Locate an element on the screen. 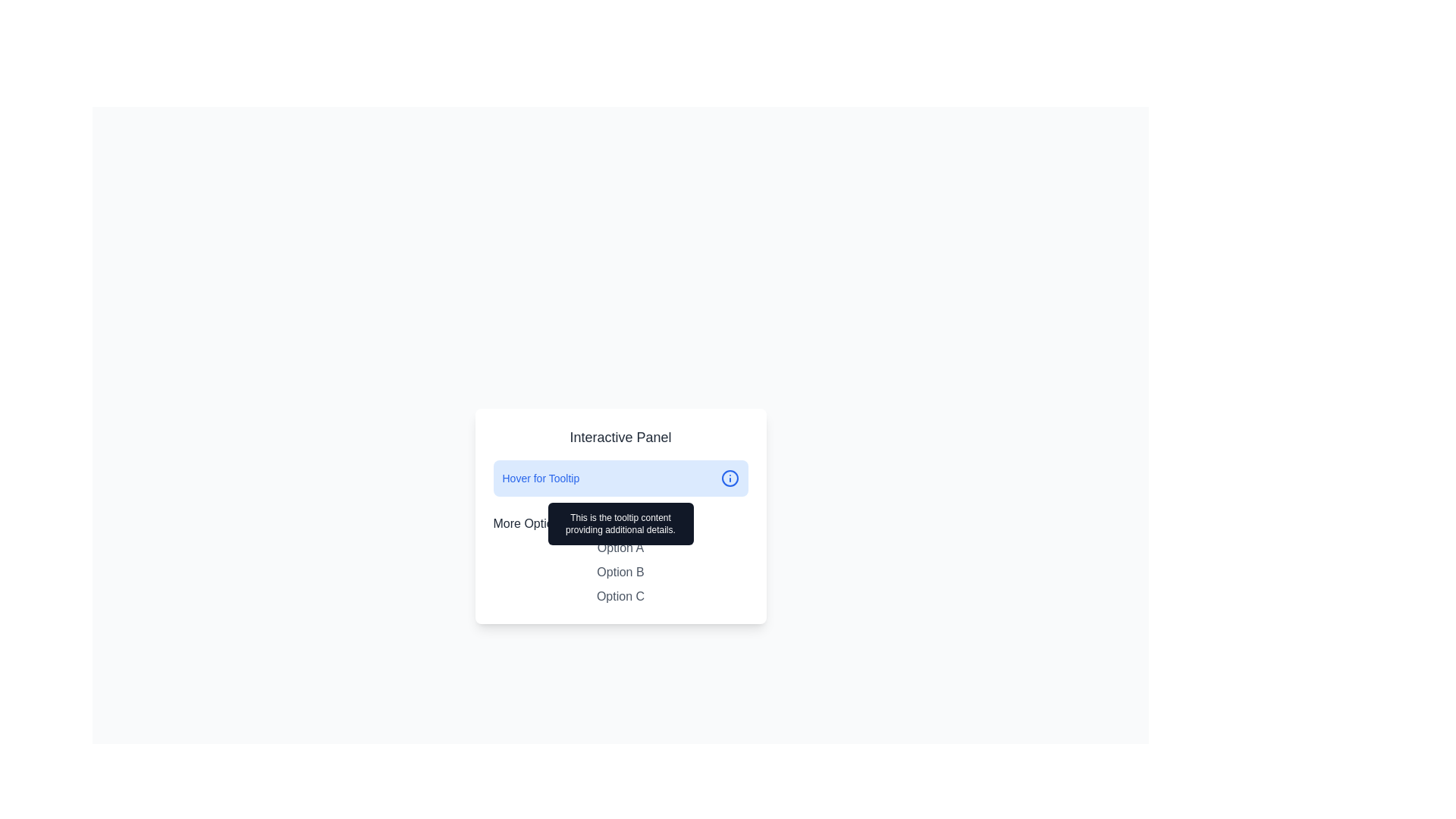 The height and width of the screenshot is (819, 1456). the tooltip that appears below the 'Hover for Tooltip' button, which contains the message 'This is the tooltip content providing additional details.' is located at coordinates (620, 522).